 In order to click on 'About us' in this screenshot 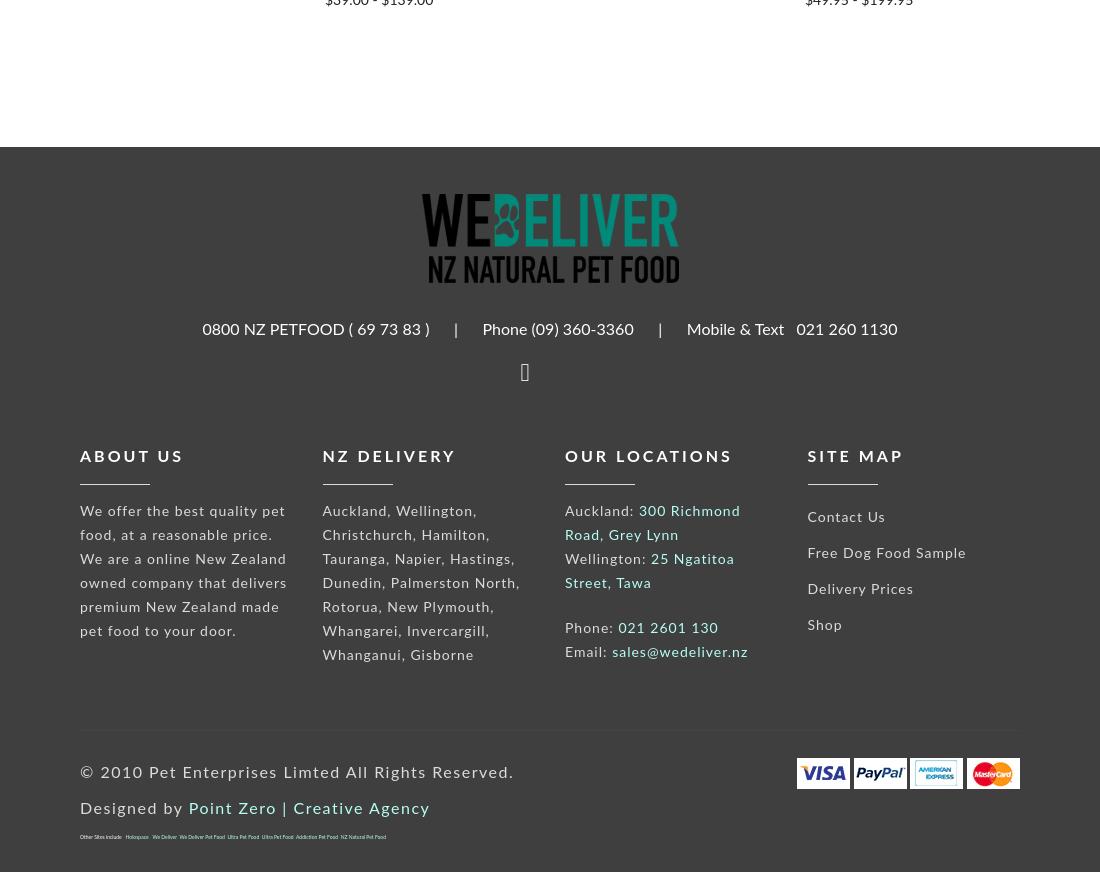, I will do `click(132, 456)`.